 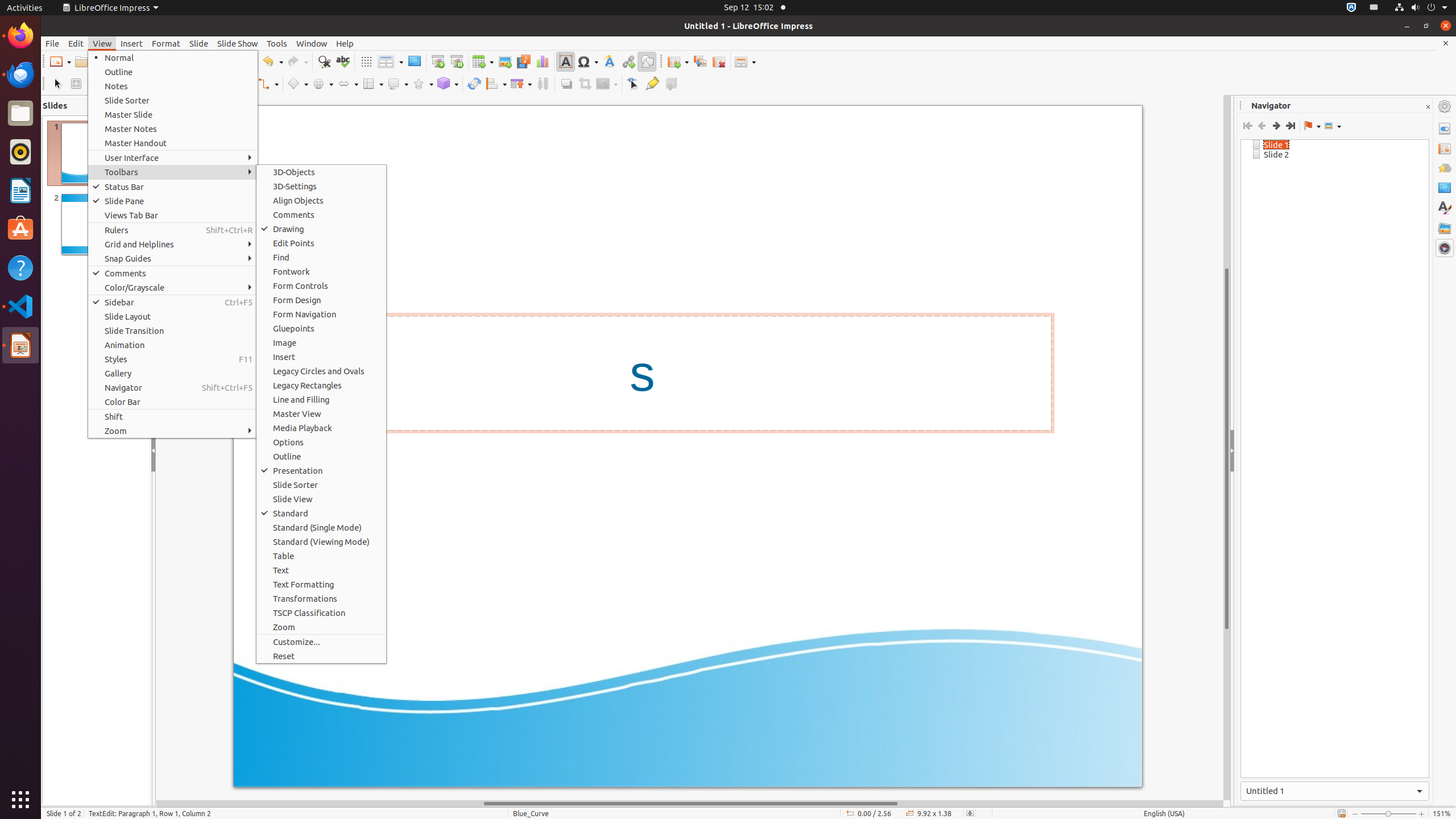 What do you see at coordinates (1261, 126) in the screenshot?
I see `'Previous Slide'` at bounding box center [1261, 126].